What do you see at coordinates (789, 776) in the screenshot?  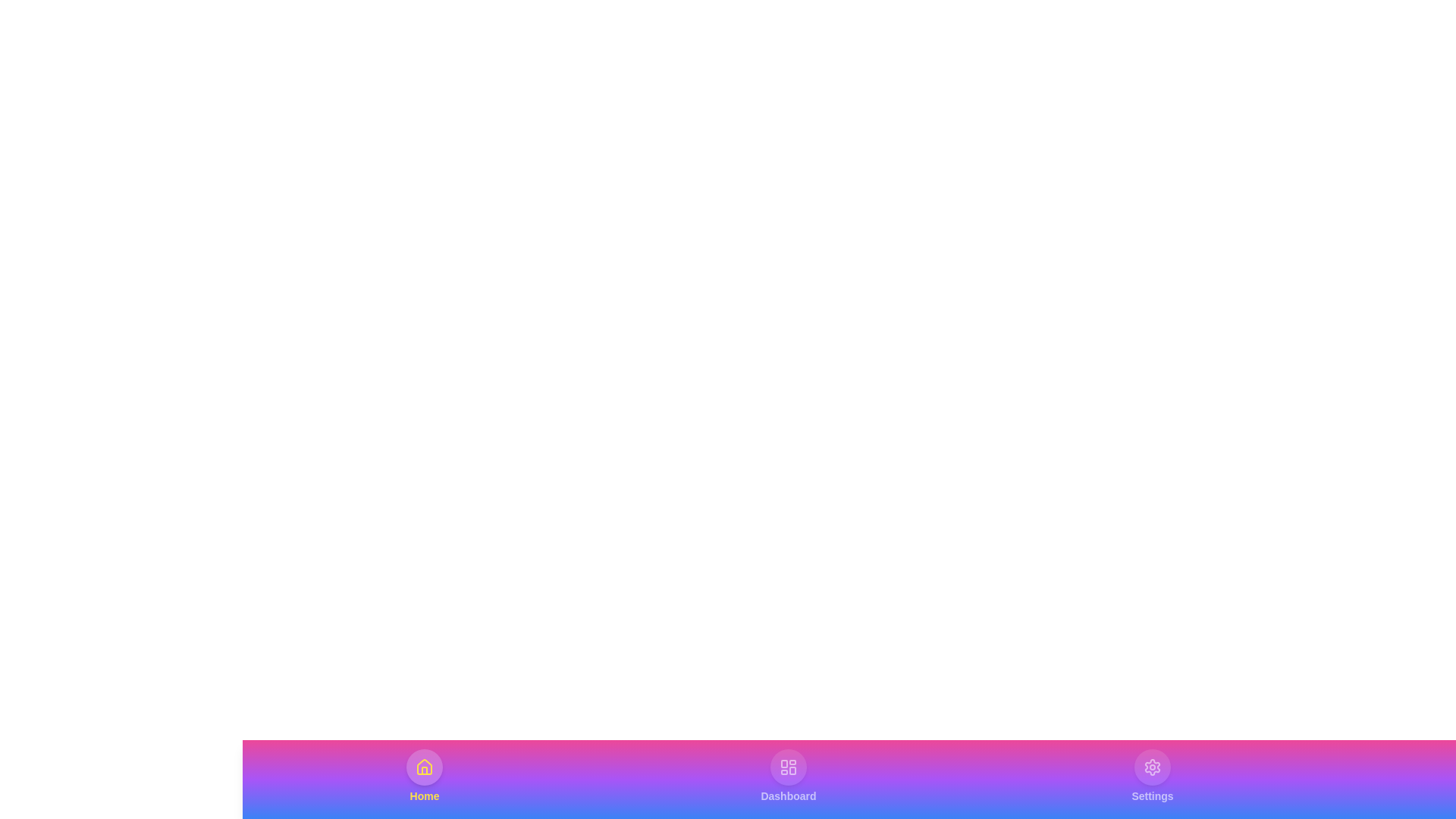 I see `the Dashboard tab to see its hover effect` at bounding box center [789, 776].